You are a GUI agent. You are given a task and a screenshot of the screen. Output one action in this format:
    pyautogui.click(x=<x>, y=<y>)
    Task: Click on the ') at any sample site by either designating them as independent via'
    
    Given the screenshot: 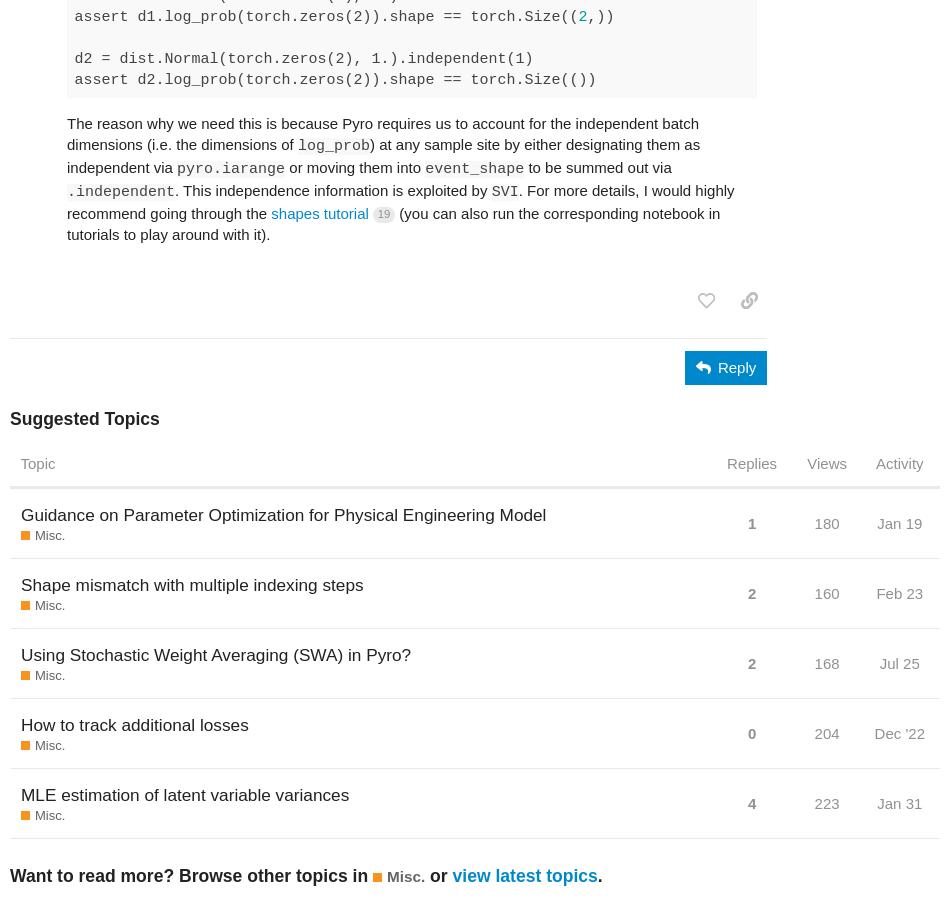 What is the action you would take?
    pyautogui.click(x=382, y=154)
    